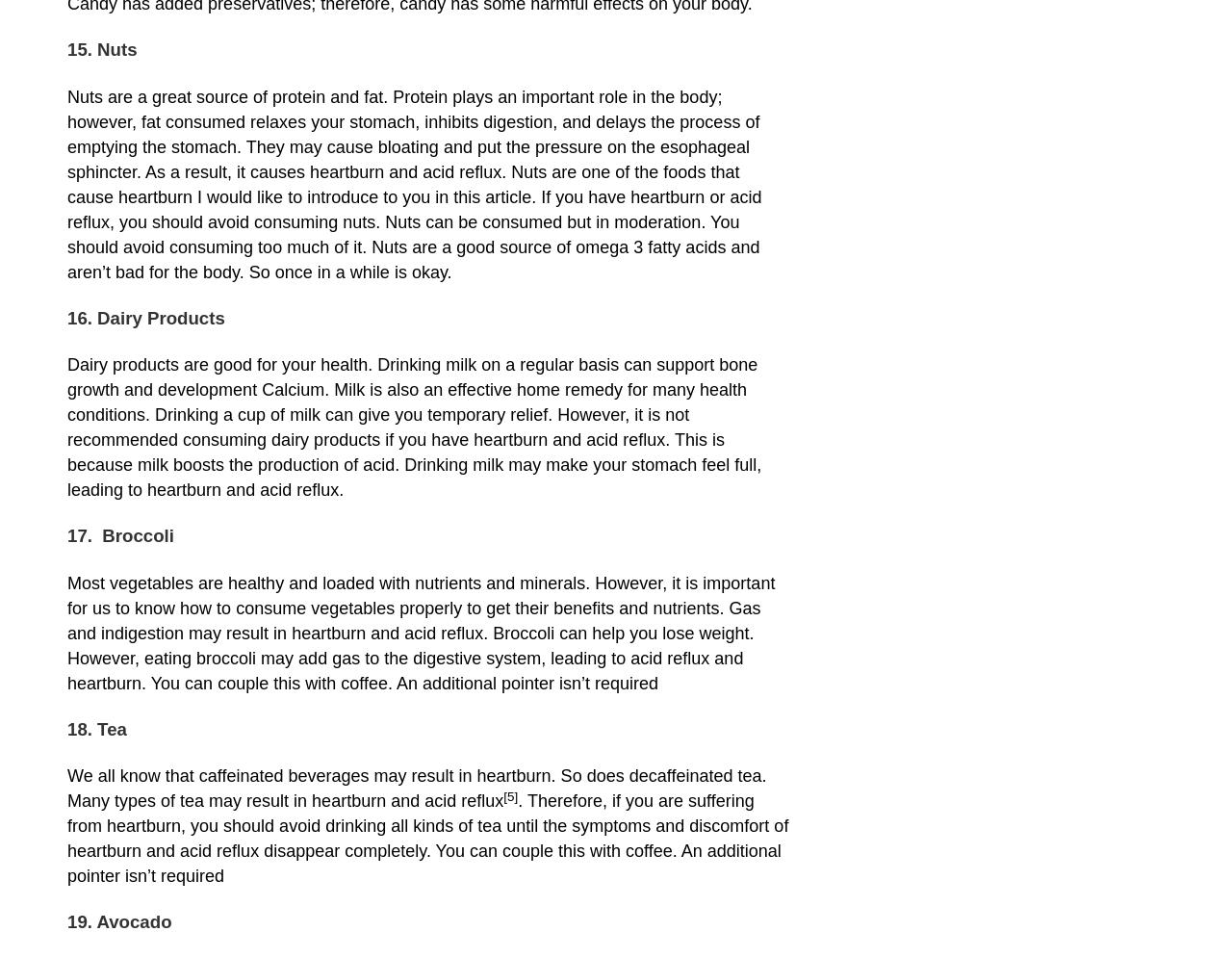 The height and width of the screenshot is (958, 1232). Describe the element at coordinates (205, 608) in the screenshot. I see `'how to'` at that location.